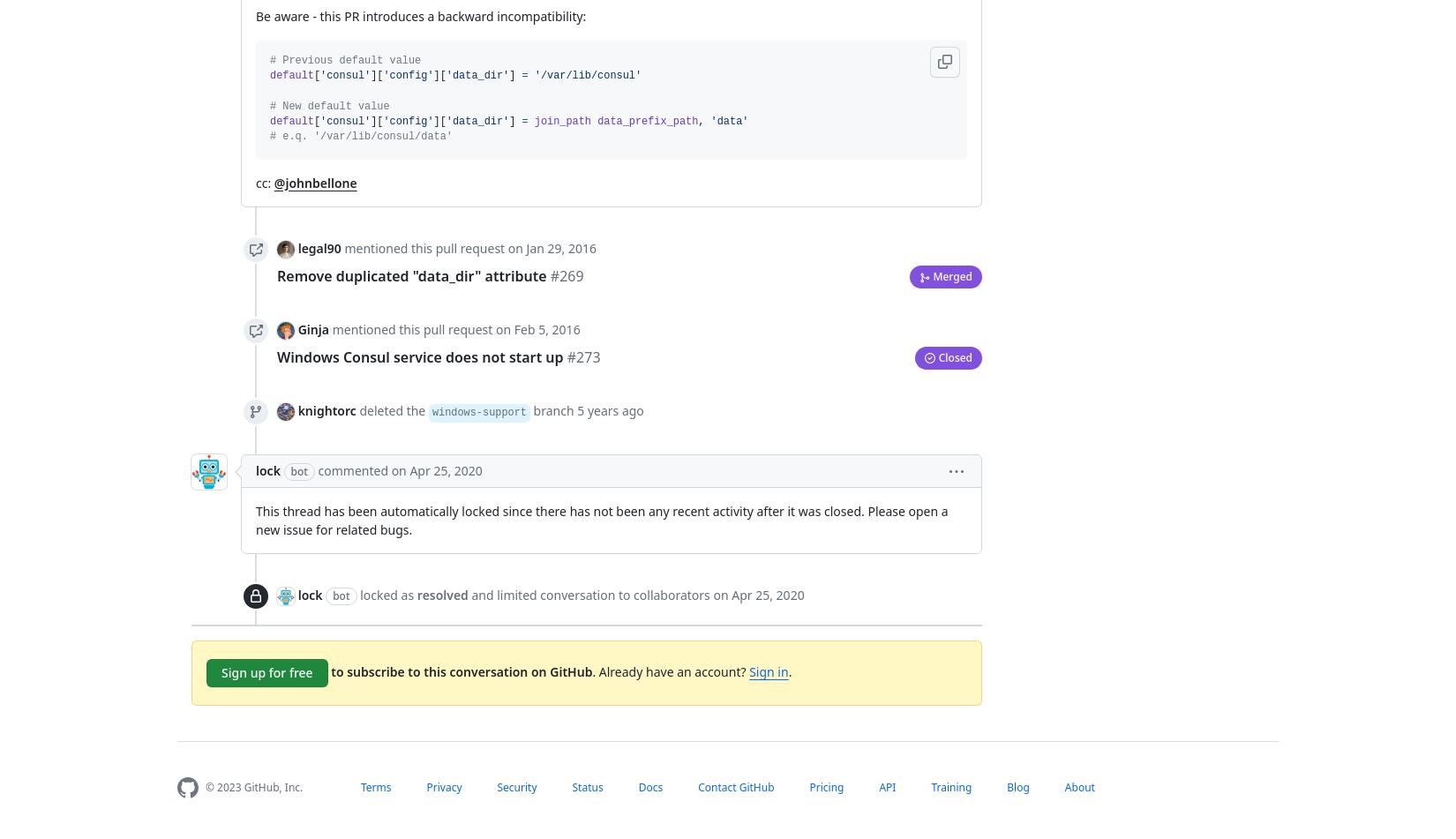  I want to click on 'deleted the', so click(355, 410).